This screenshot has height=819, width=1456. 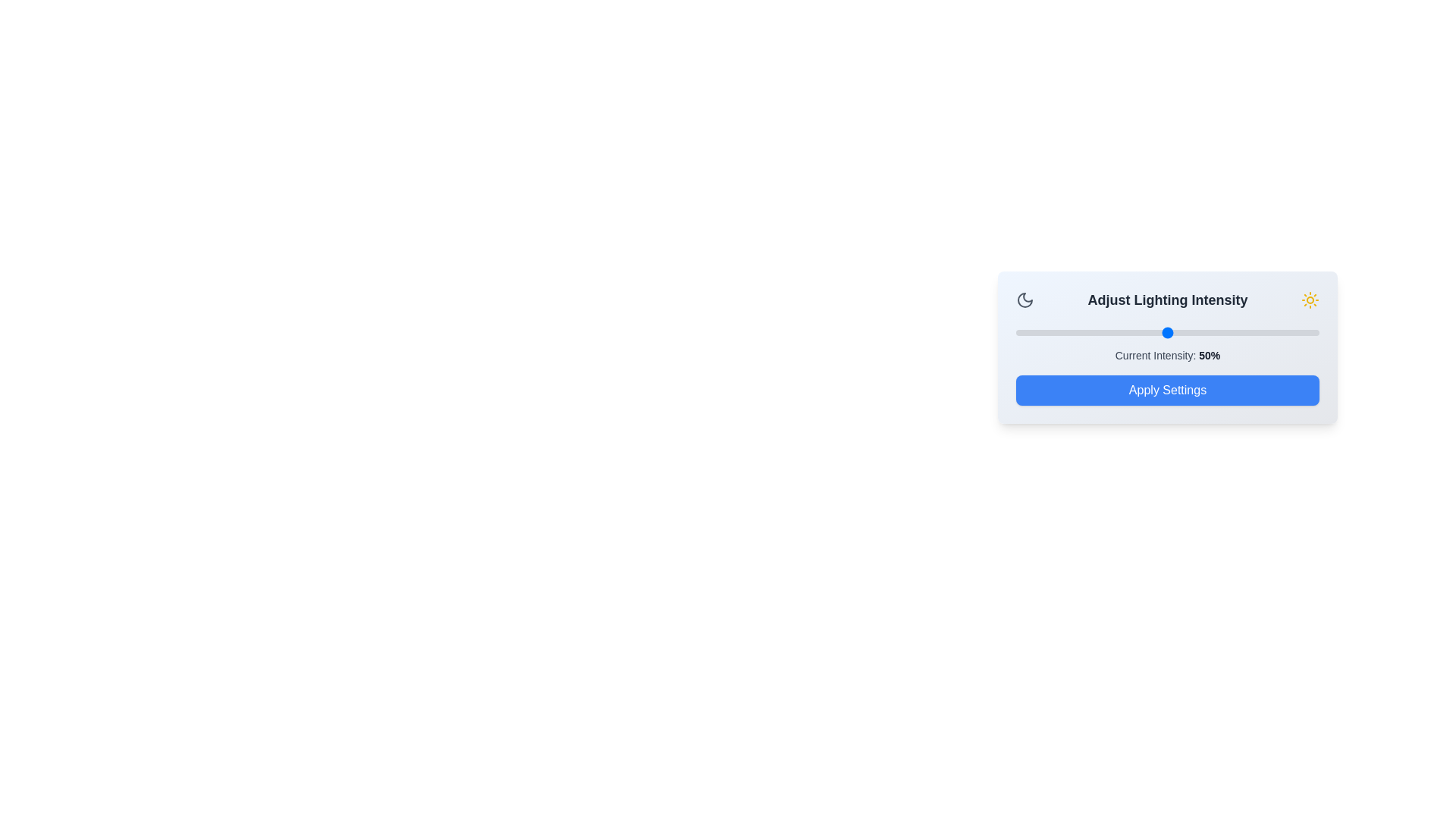 What do you see at coordinates (1167, 356) in the screenshot?
I see `the 'Current Intensity' text to highlight it` at bounding box center [1167, 356].